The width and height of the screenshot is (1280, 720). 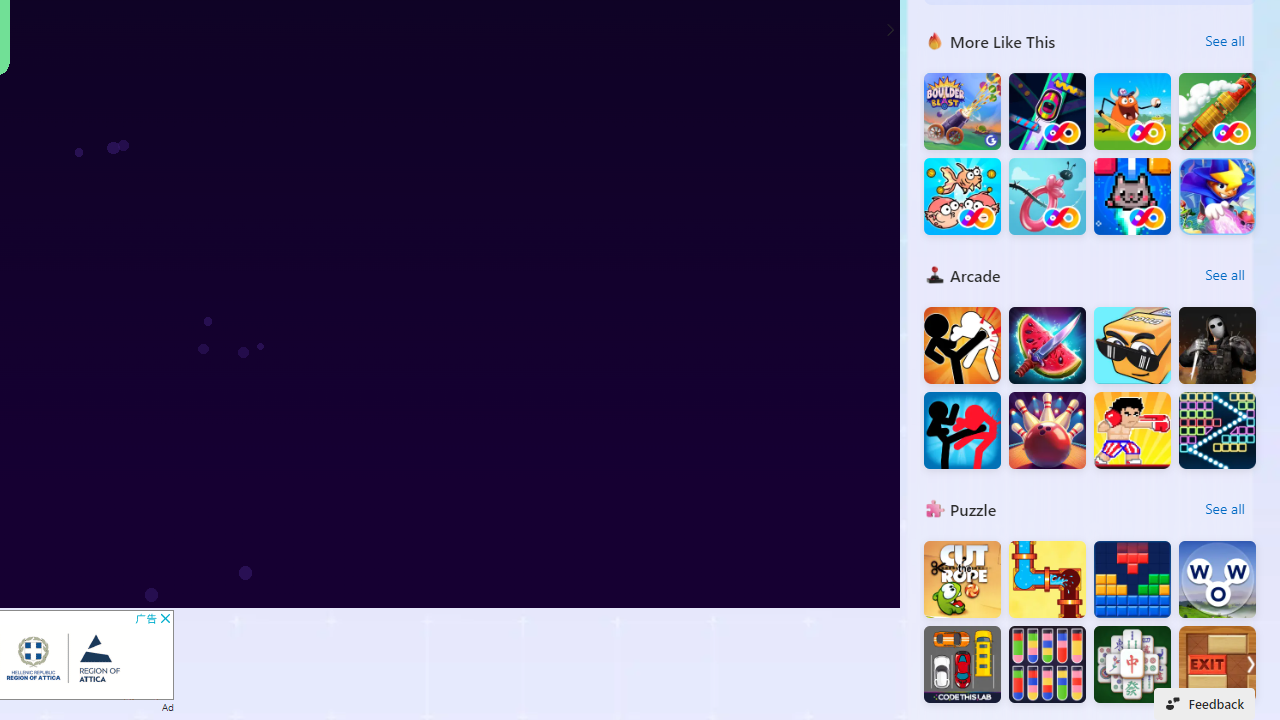 What do you see at coordinates (962, 111) in the screenshot?
I see `'Boulder Blast'` at bounding box center [962, 111].